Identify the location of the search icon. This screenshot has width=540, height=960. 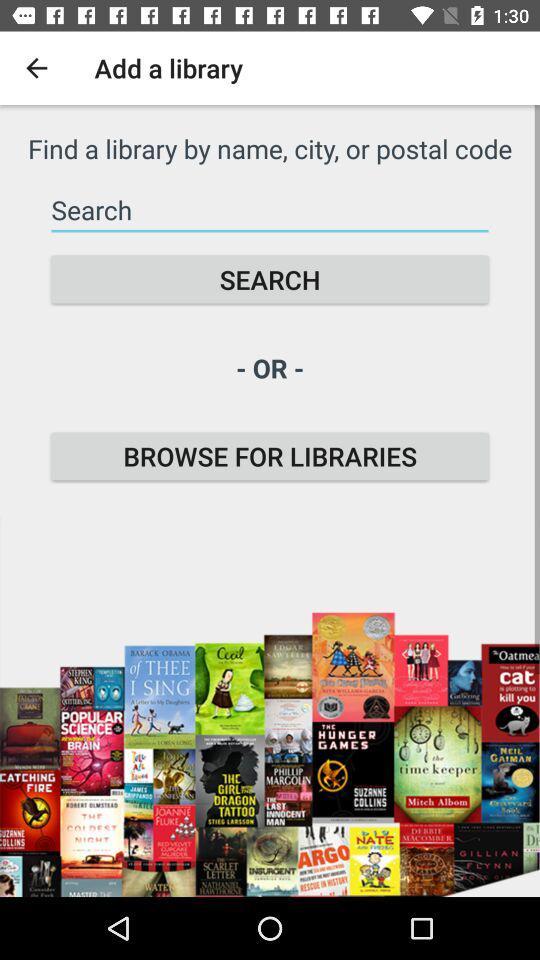
(270, 278).